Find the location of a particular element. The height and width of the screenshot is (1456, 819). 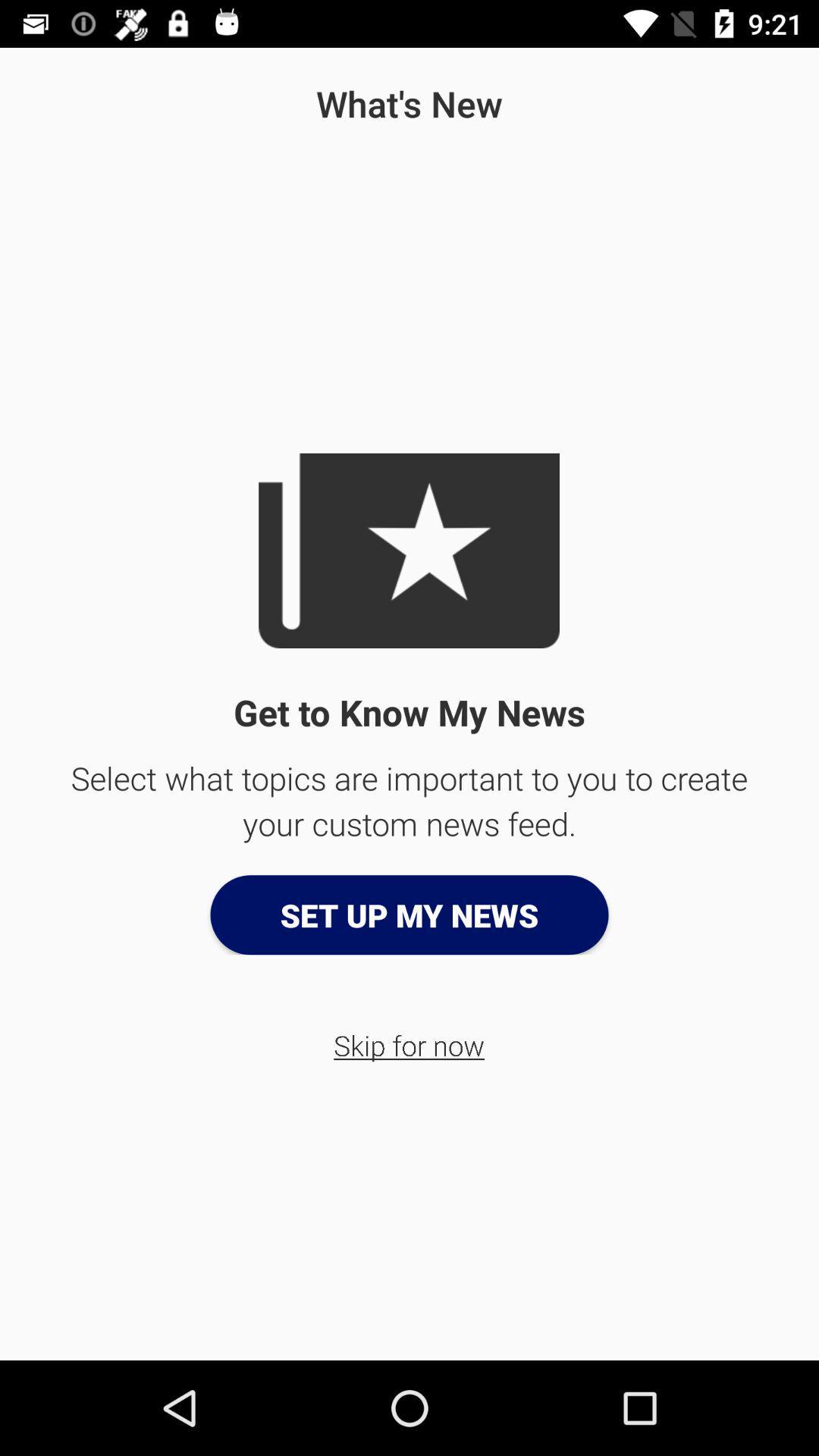

the set up my is located at coordinates (409, 914).